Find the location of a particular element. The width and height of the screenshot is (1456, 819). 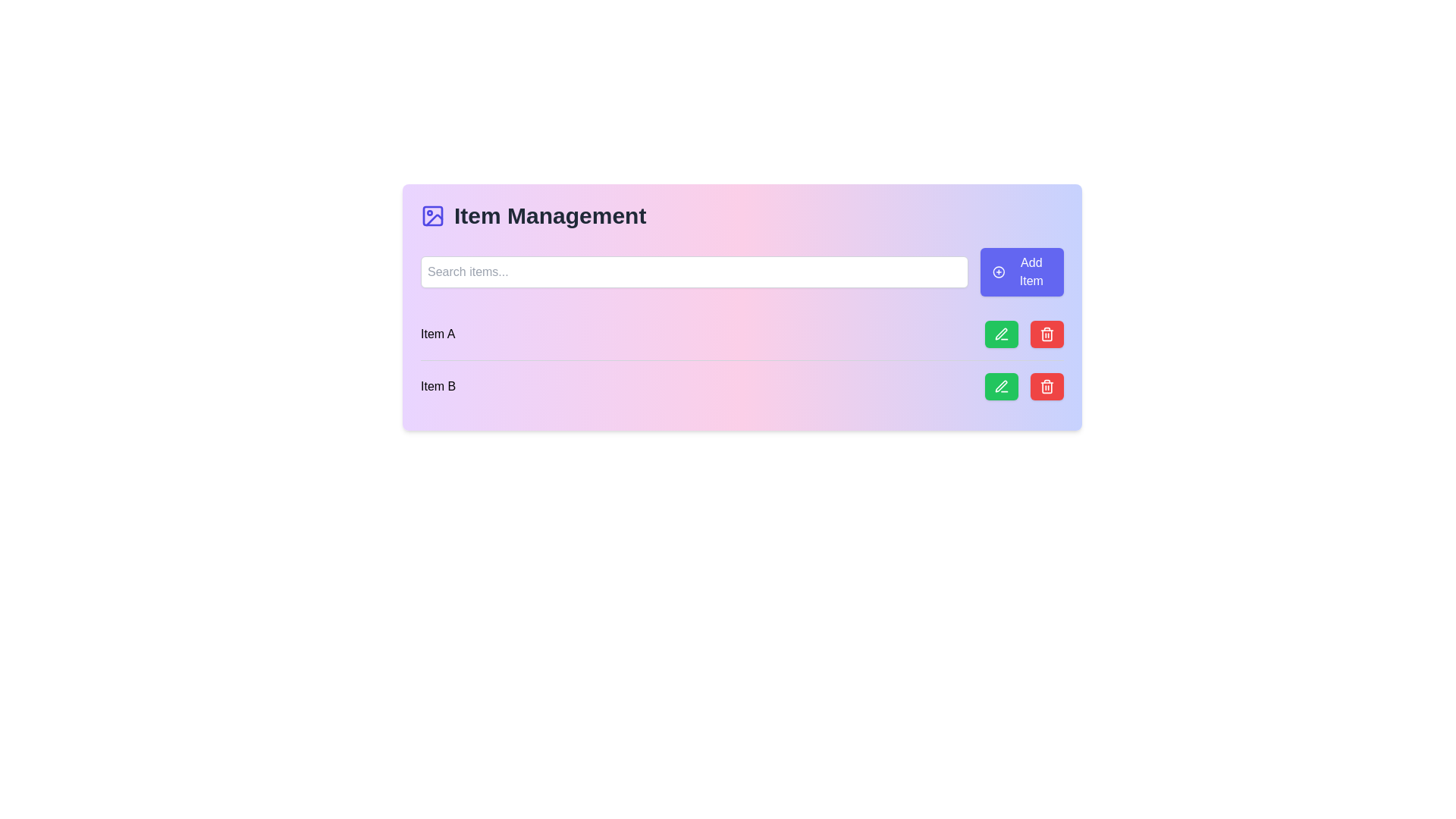

the edit icon button associated with 'Item B' is located at coordinates (1001, 333).